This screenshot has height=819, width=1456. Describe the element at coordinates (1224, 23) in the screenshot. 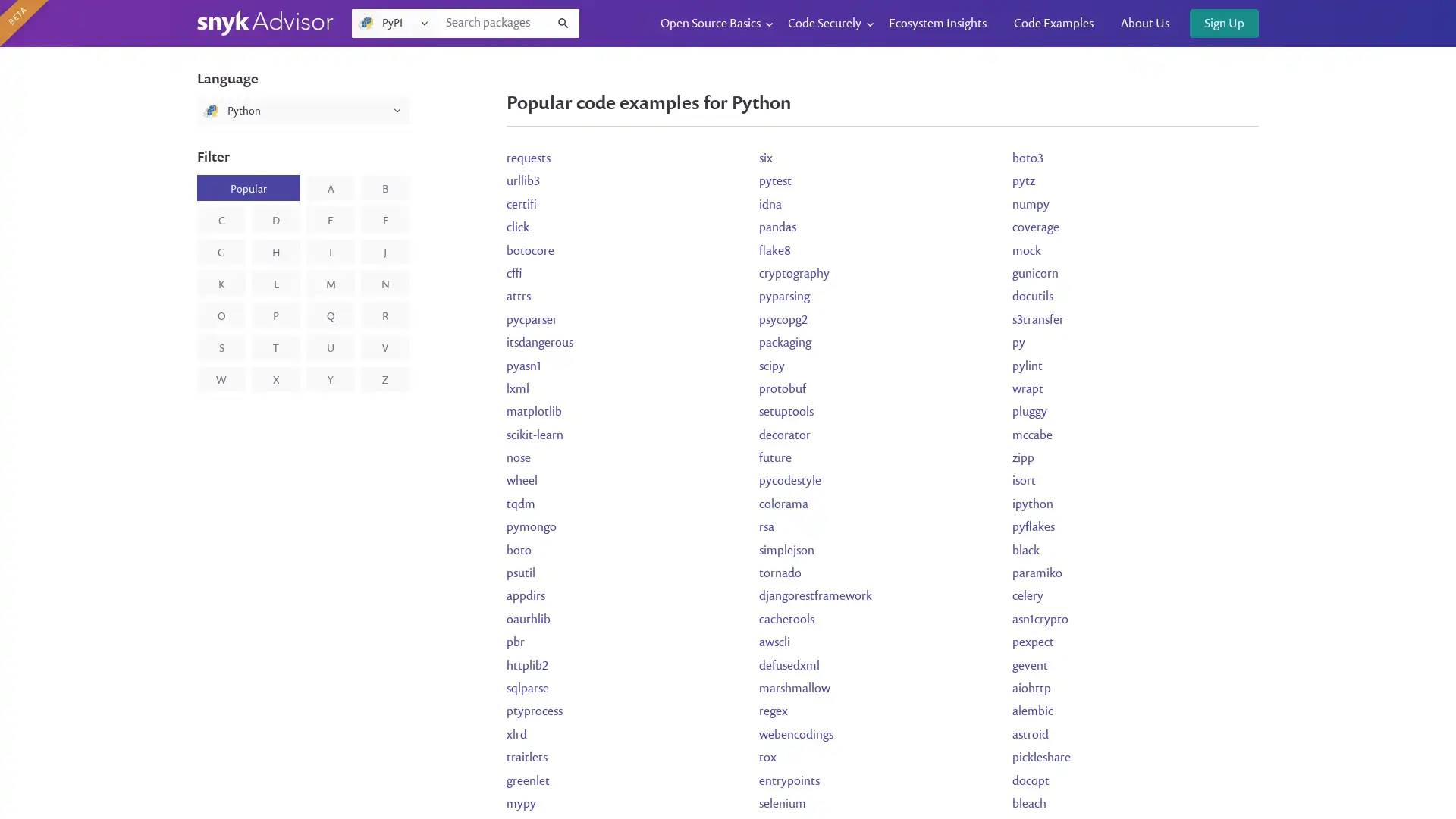

I see `Sign Up` at that location.